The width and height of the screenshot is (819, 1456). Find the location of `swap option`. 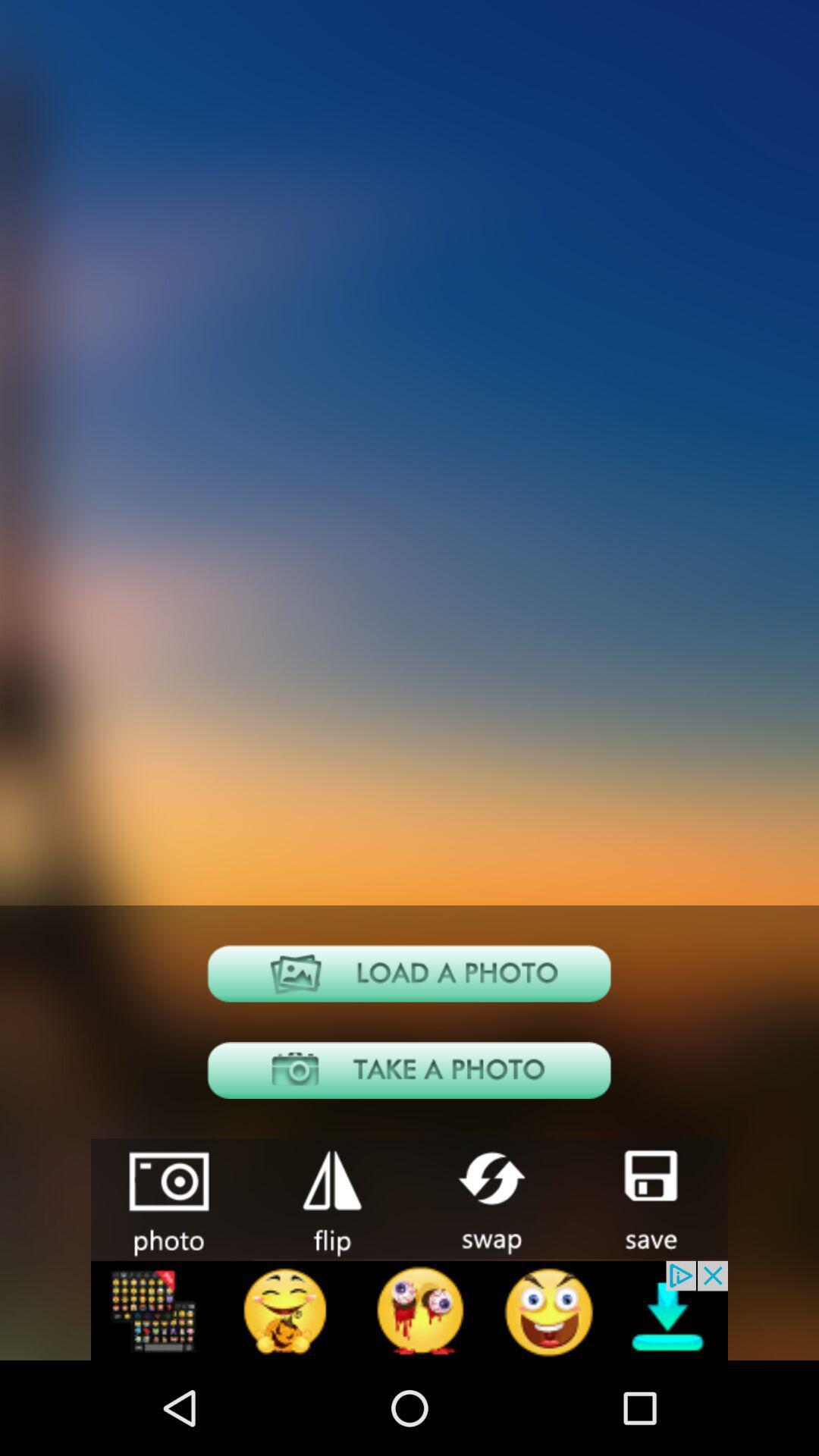

swap option is located at coordinates (488, 1197).